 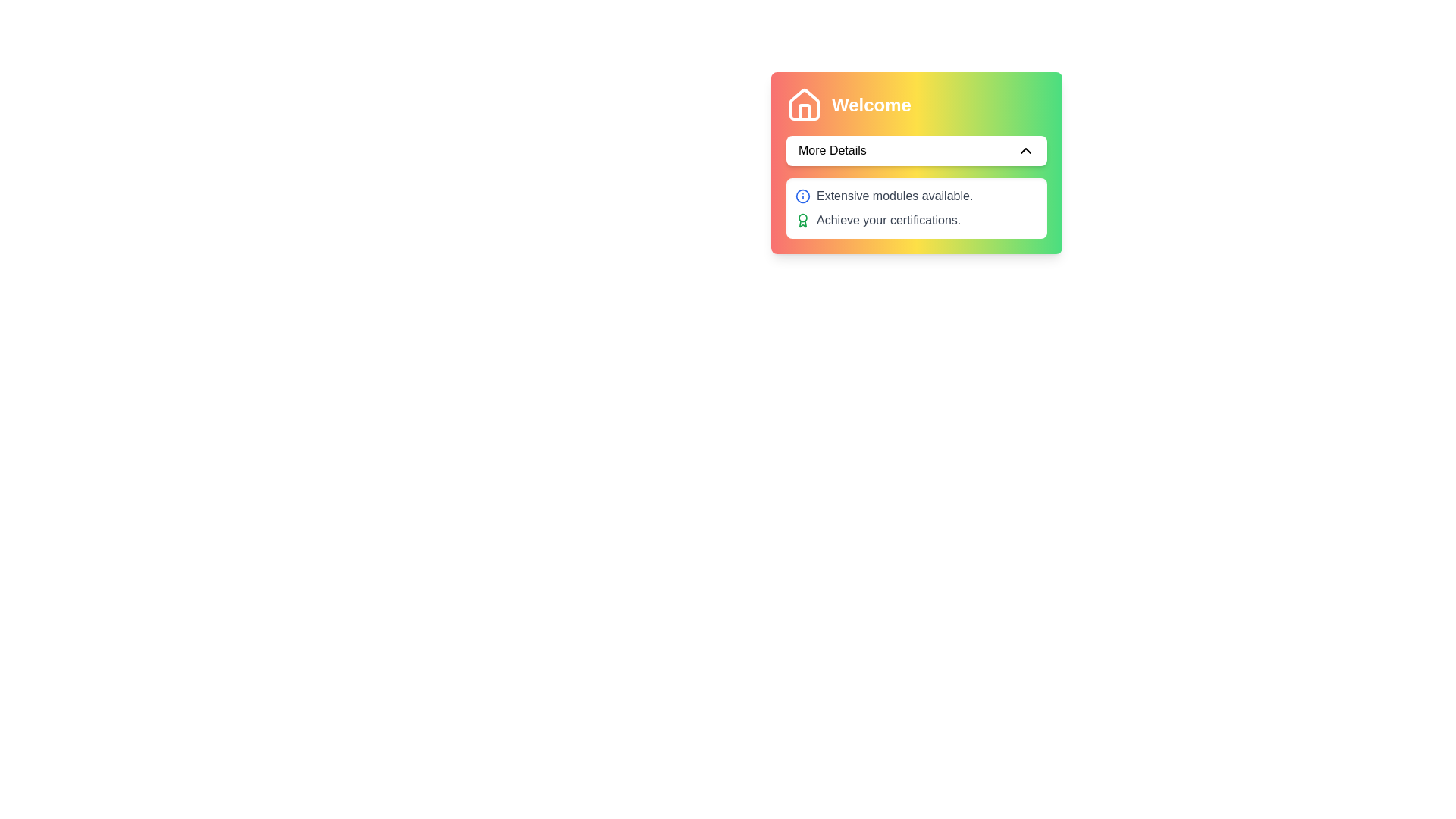 I want to click on informational text with the blue circular icon containing an 'i' that states 'Extensive modules available.' located below the 'More Details' text field, so click(x=916, y=195).